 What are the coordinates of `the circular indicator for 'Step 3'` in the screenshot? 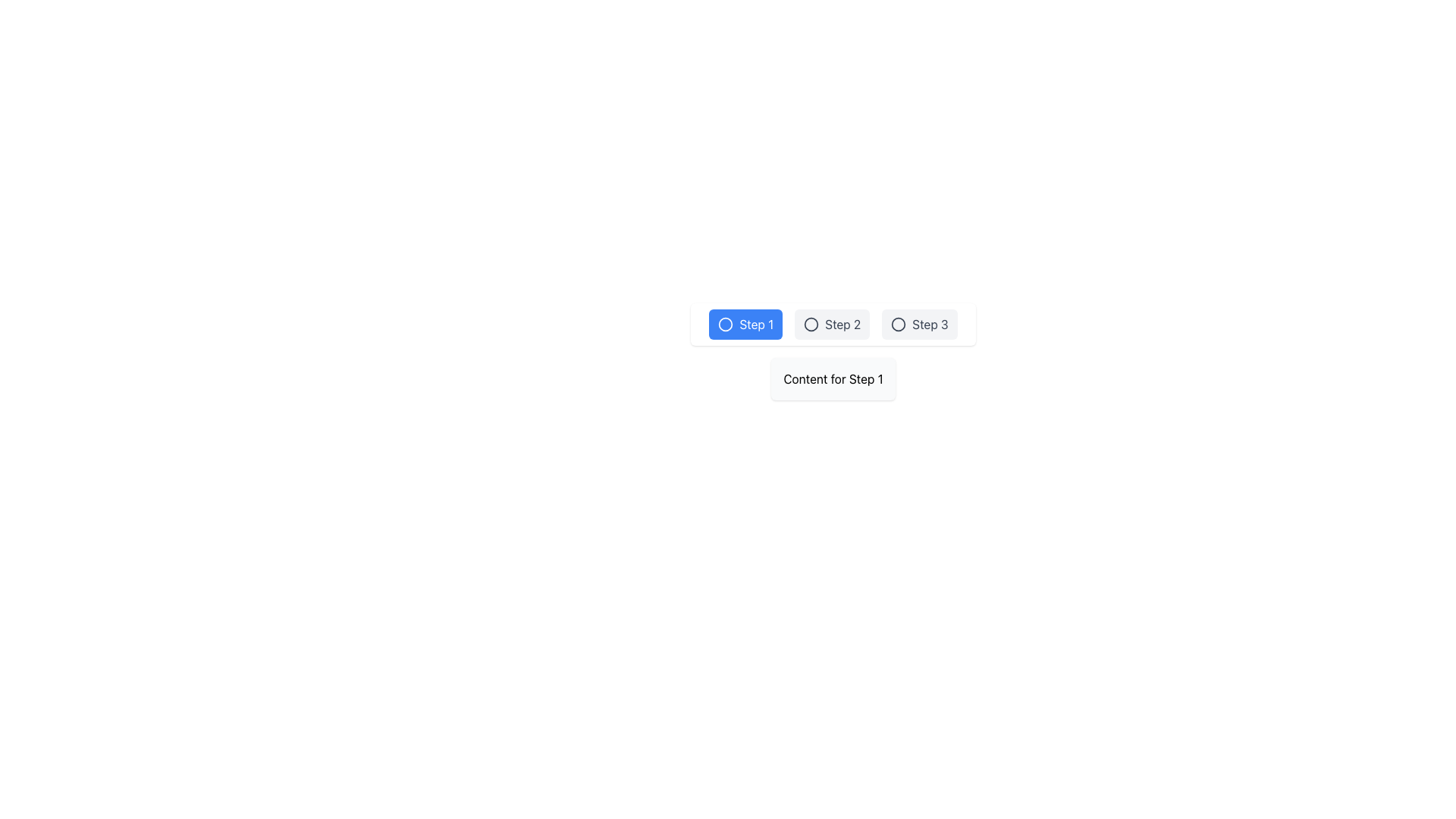 It's located at (899, 324).